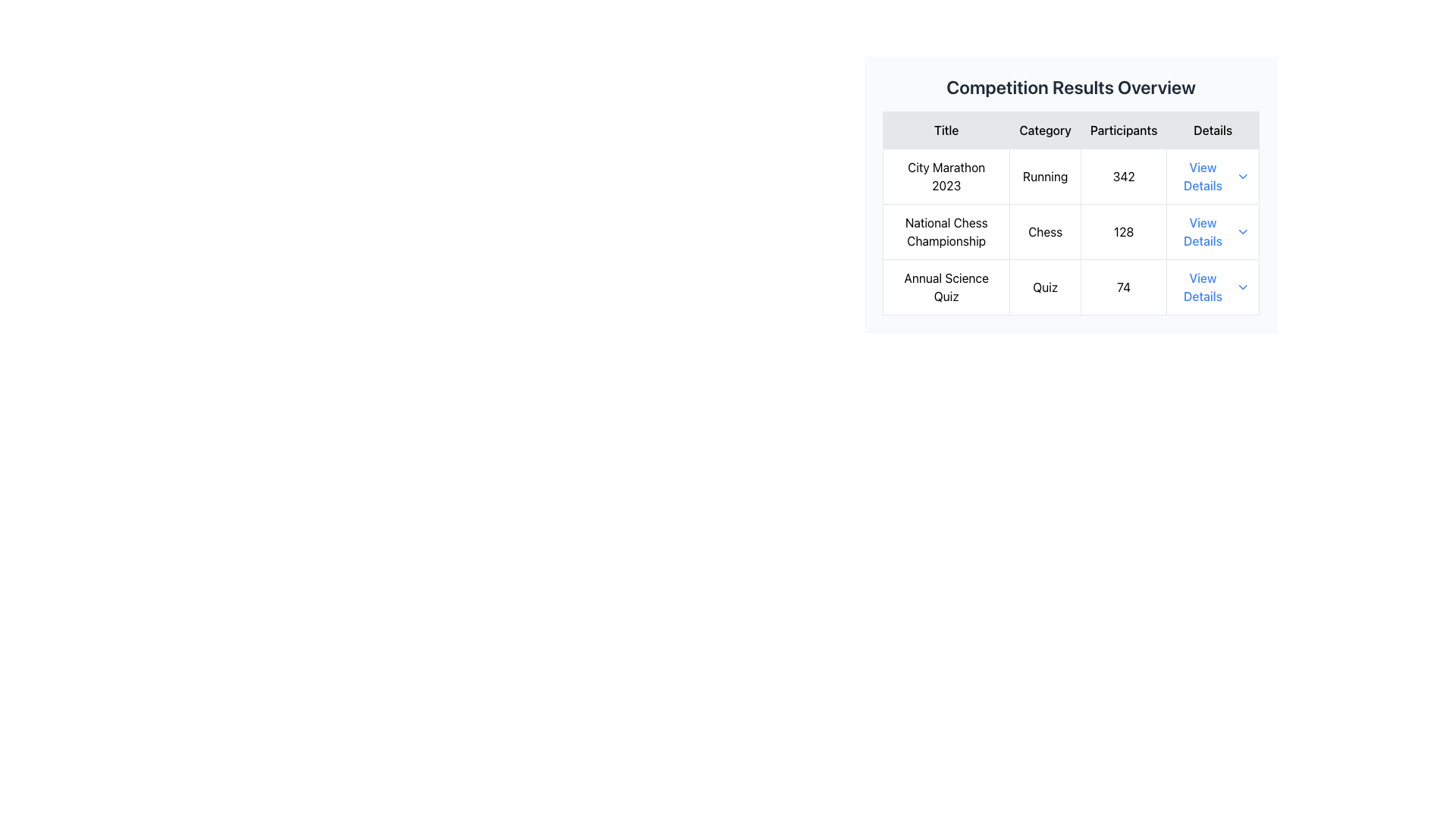 The height and width of the screenshot is (819, 1456). I want to click on the static text label displaying 'Chess' in the 'Category' column of the table for the 'National Chess Championship' entry, so click(1044, 231).